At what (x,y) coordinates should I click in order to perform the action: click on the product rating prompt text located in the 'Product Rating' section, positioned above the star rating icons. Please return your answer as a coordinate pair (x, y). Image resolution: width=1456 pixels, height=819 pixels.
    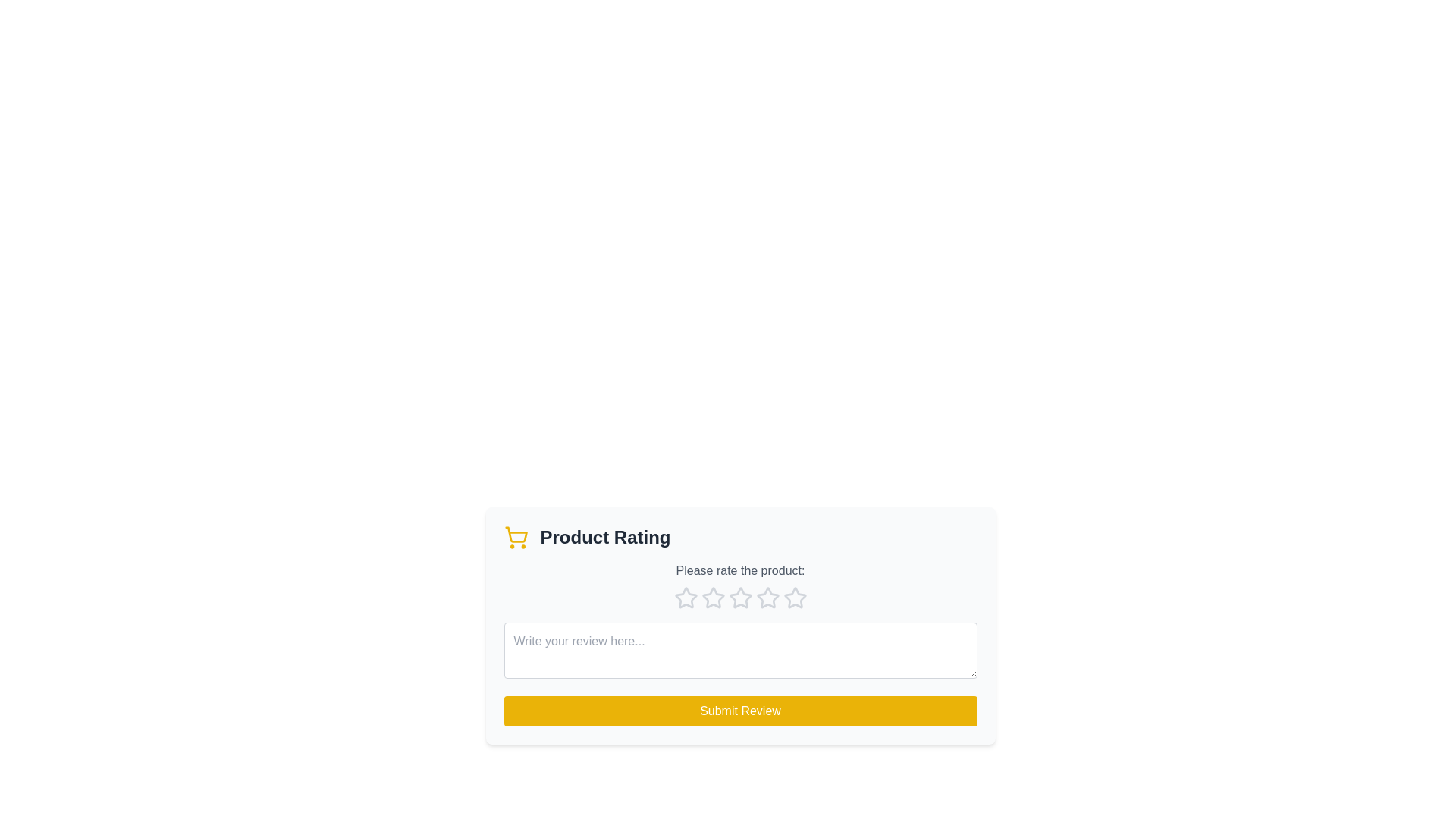
    Looking at the image, I should click on (740, 570).